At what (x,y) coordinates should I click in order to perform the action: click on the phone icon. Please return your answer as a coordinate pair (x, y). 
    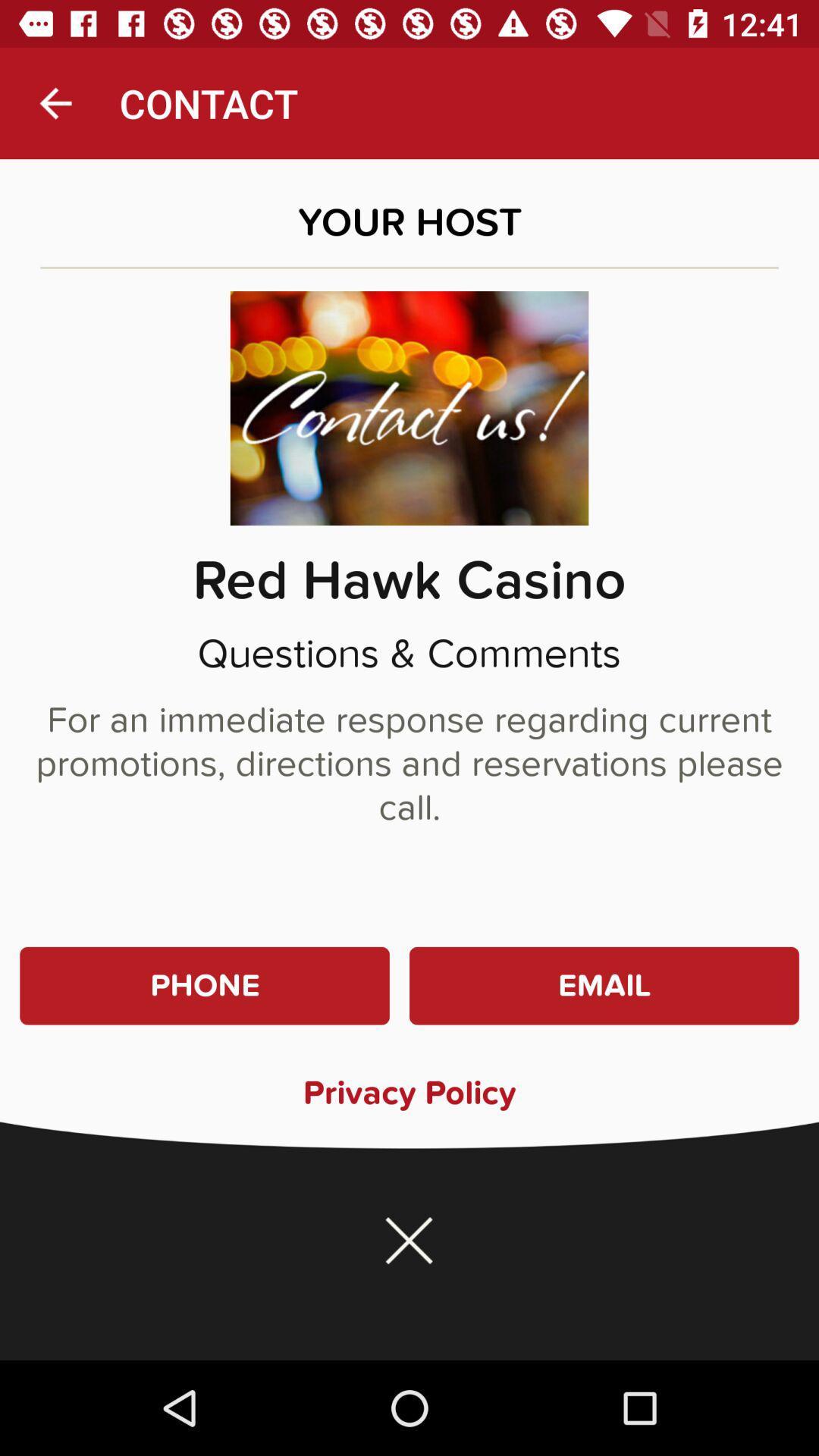
    Looking at the image, I should click on (205, 986).